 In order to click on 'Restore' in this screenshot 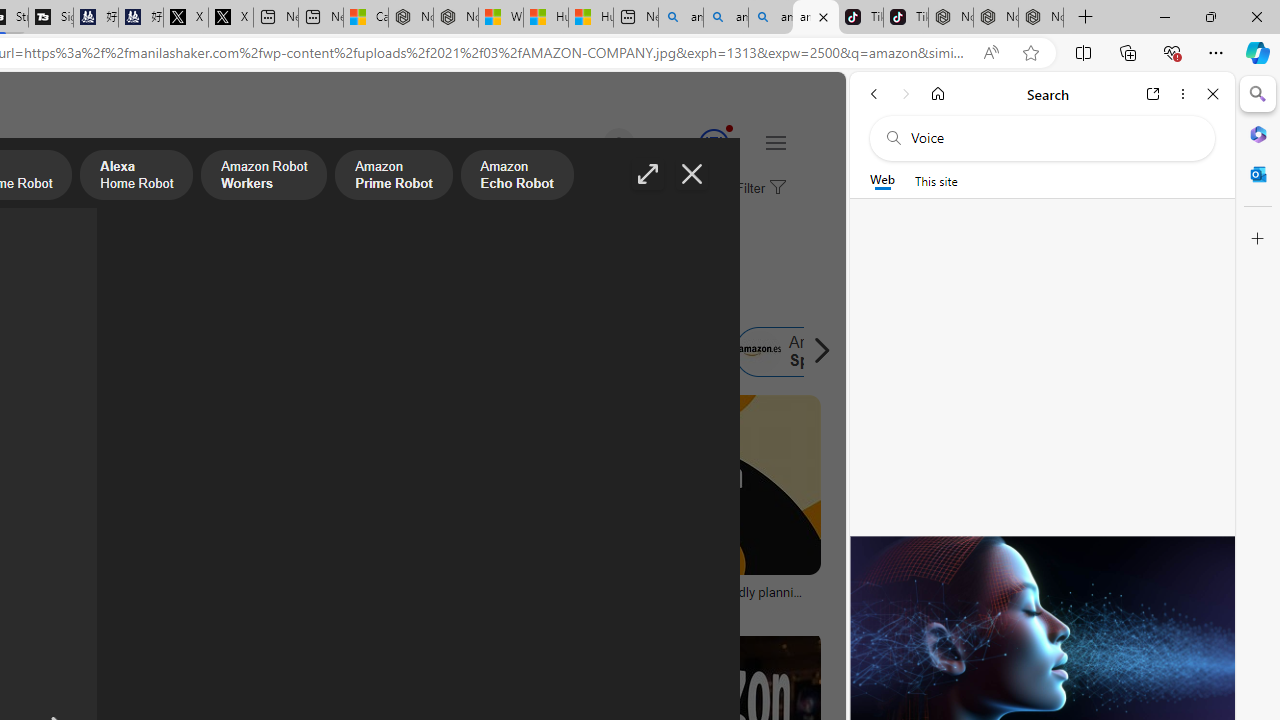, I will do `click(1209, 16)`.